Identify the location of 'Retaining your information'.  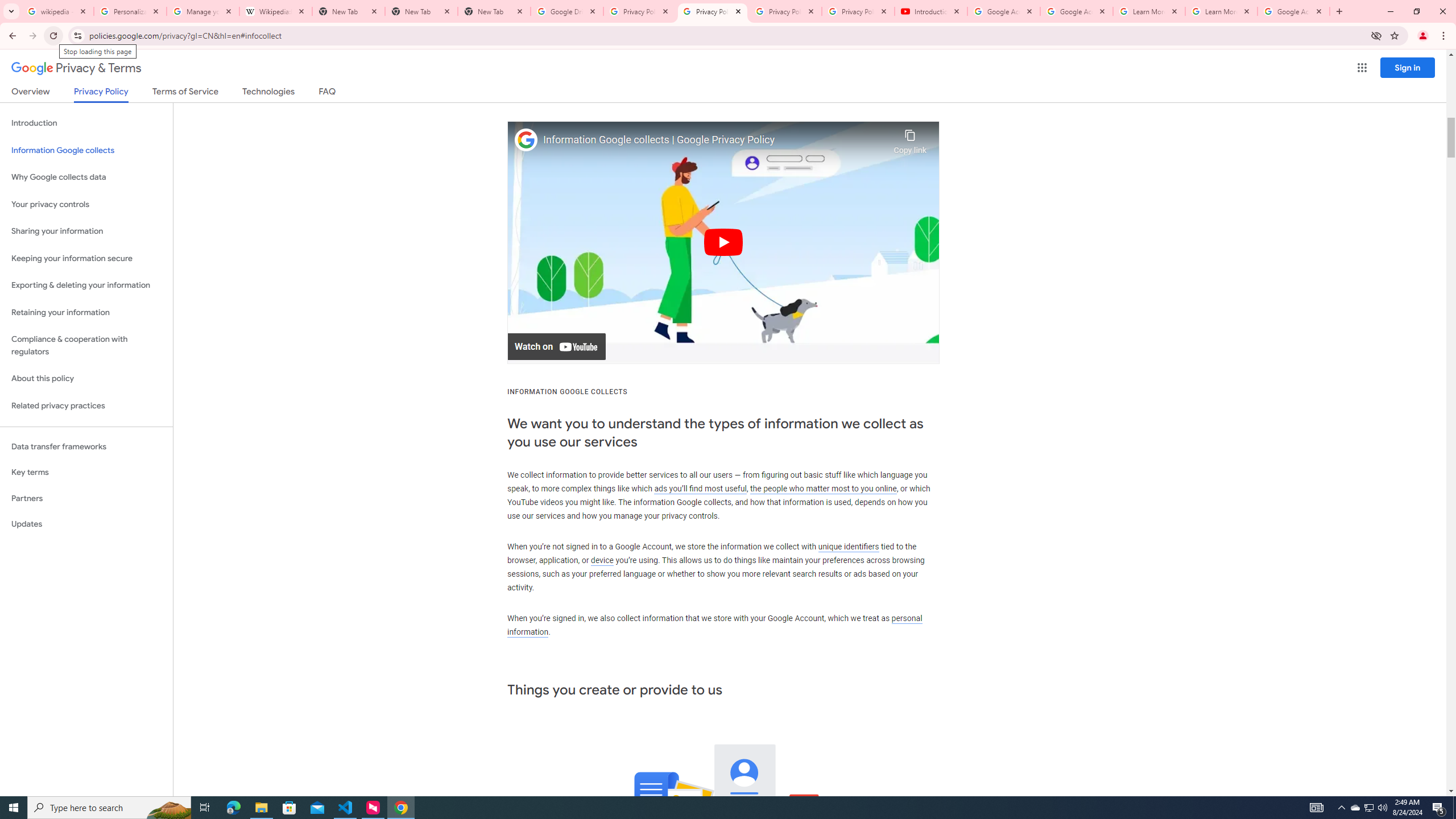
(86, 312).